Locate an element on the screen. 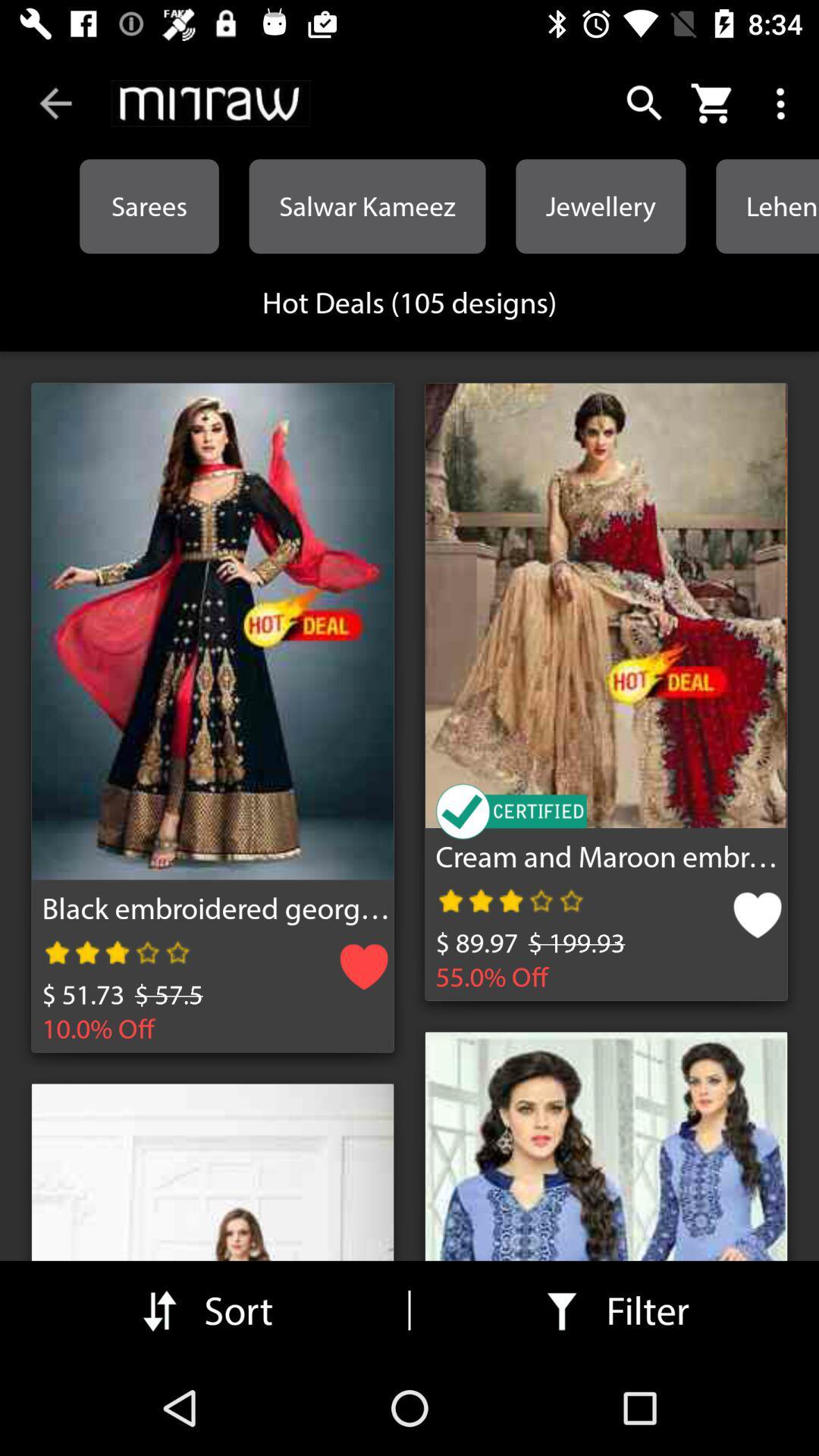 The width and height of the screenshot is (819, 1456). item above the sarees is located at coordinates (55, 102).